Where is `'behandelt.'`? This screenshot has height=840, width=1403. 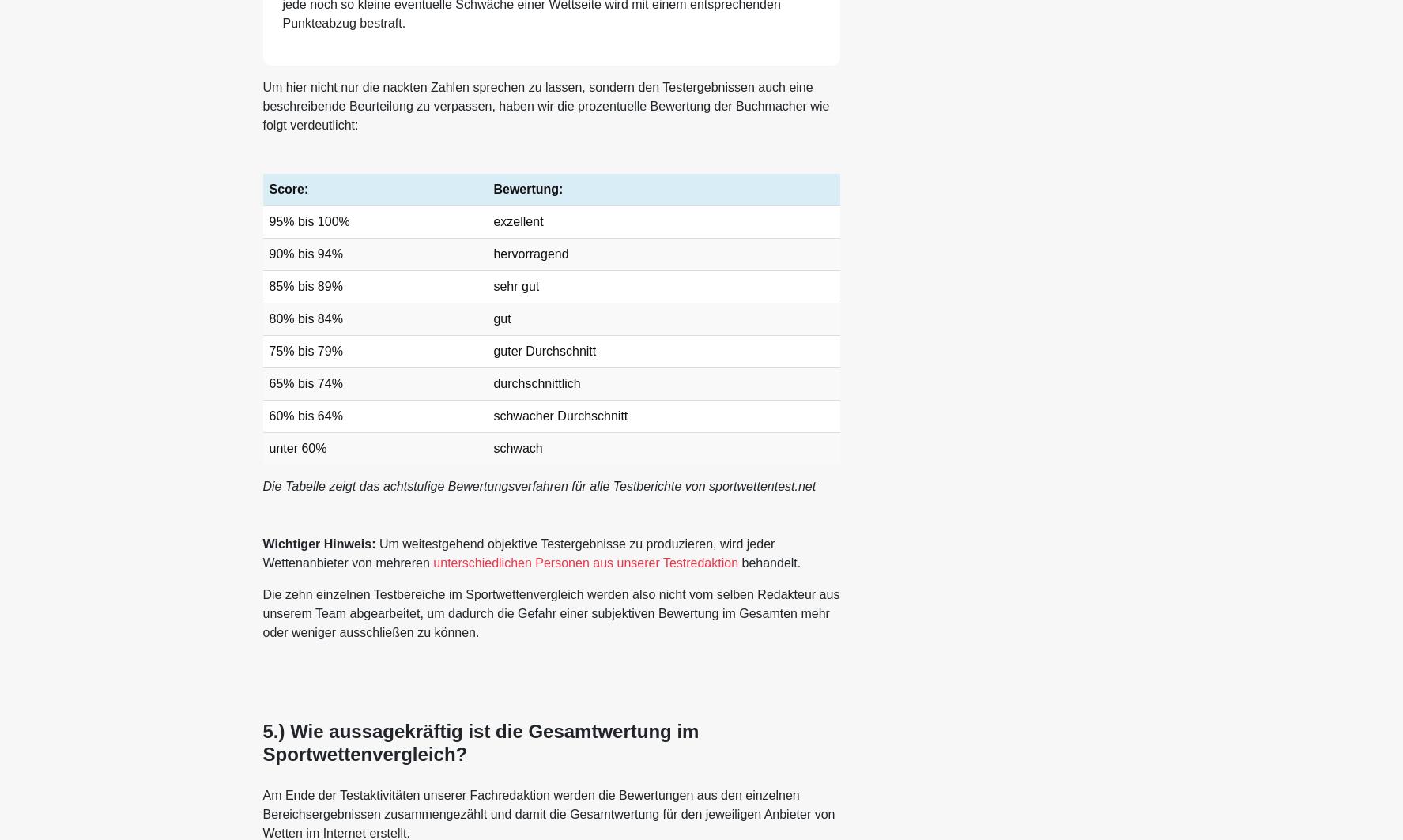
'behandelt.' is located at coordinates (768, 562).